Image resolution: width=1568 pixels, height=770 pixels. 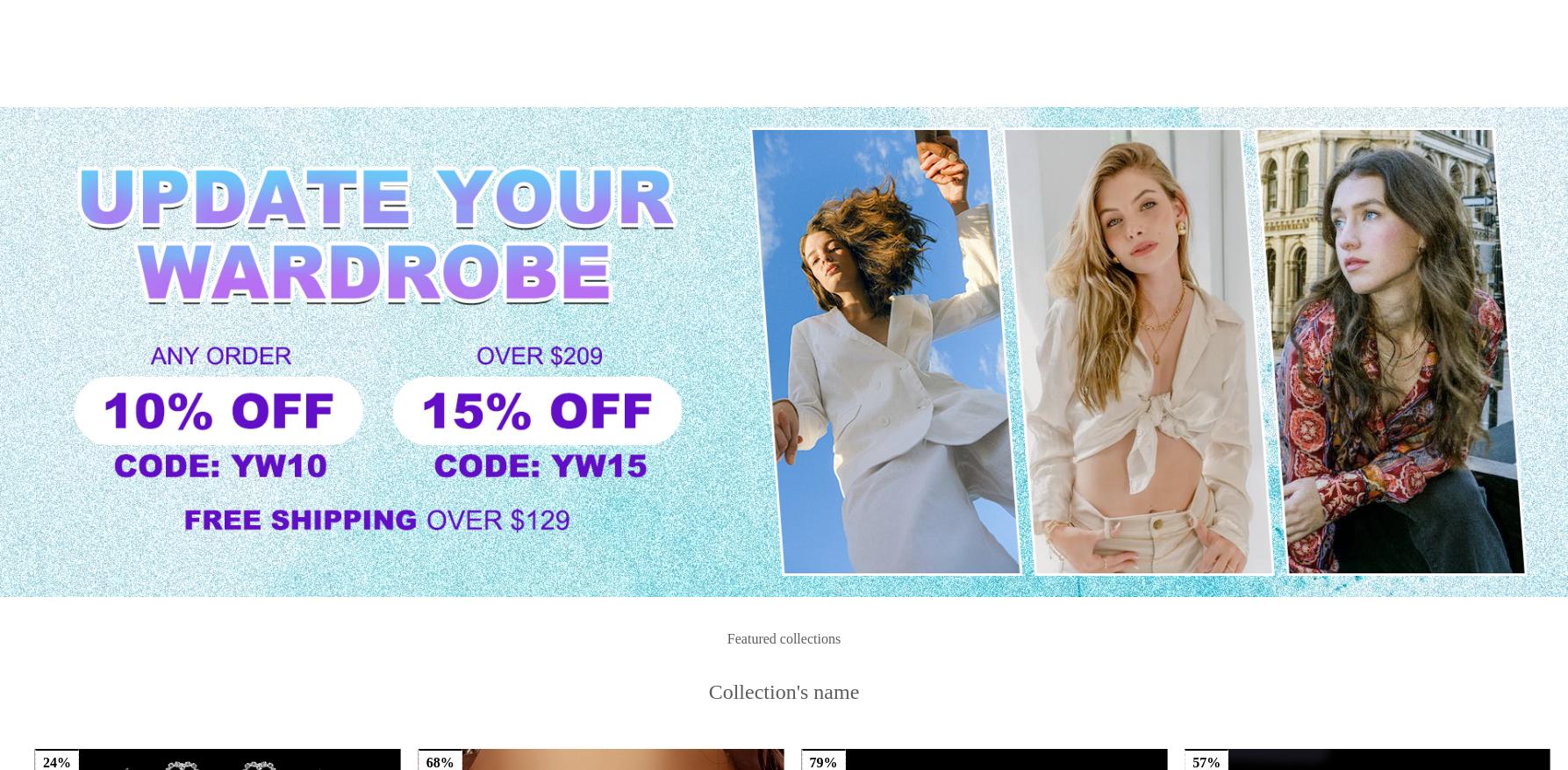 What do you see at coordinates (783, 322) in the screenshot?
I see `'Collection's name'` at bounding box center [783, 322].